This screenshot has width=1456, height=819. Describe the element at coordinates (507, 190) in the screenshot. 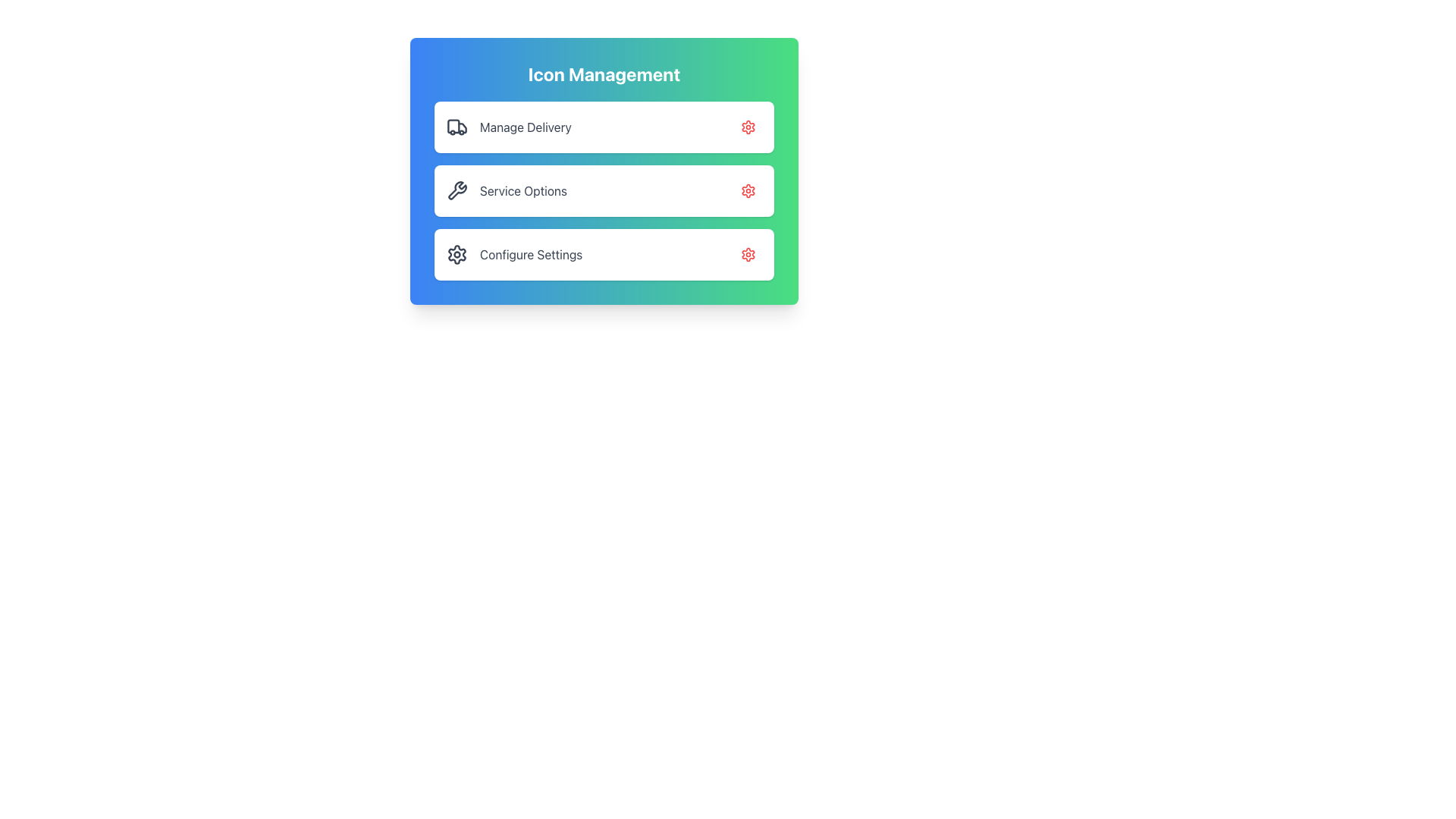

I see `the 'Service Options' label with an icon that guides users towards service settings, positioned centrally between 'Manage Delivery' and 'Configure Settings'` at that location.